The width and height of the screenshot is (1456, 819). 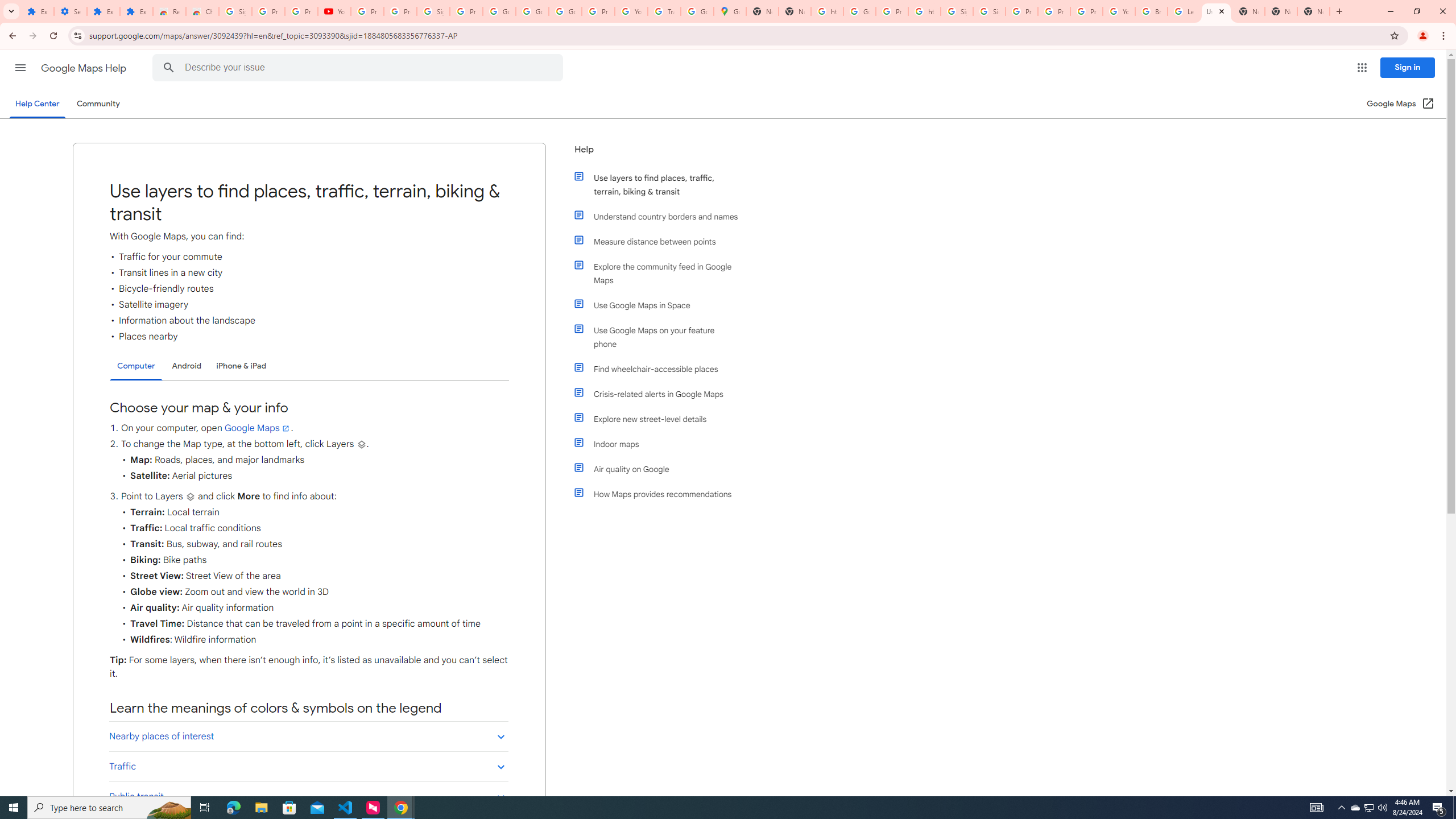 What do you see at coordinates (1053, 11) in the screenshot?
I see `'Privacy Help Center - Policies Help'` at bounding box center [1053, 11].